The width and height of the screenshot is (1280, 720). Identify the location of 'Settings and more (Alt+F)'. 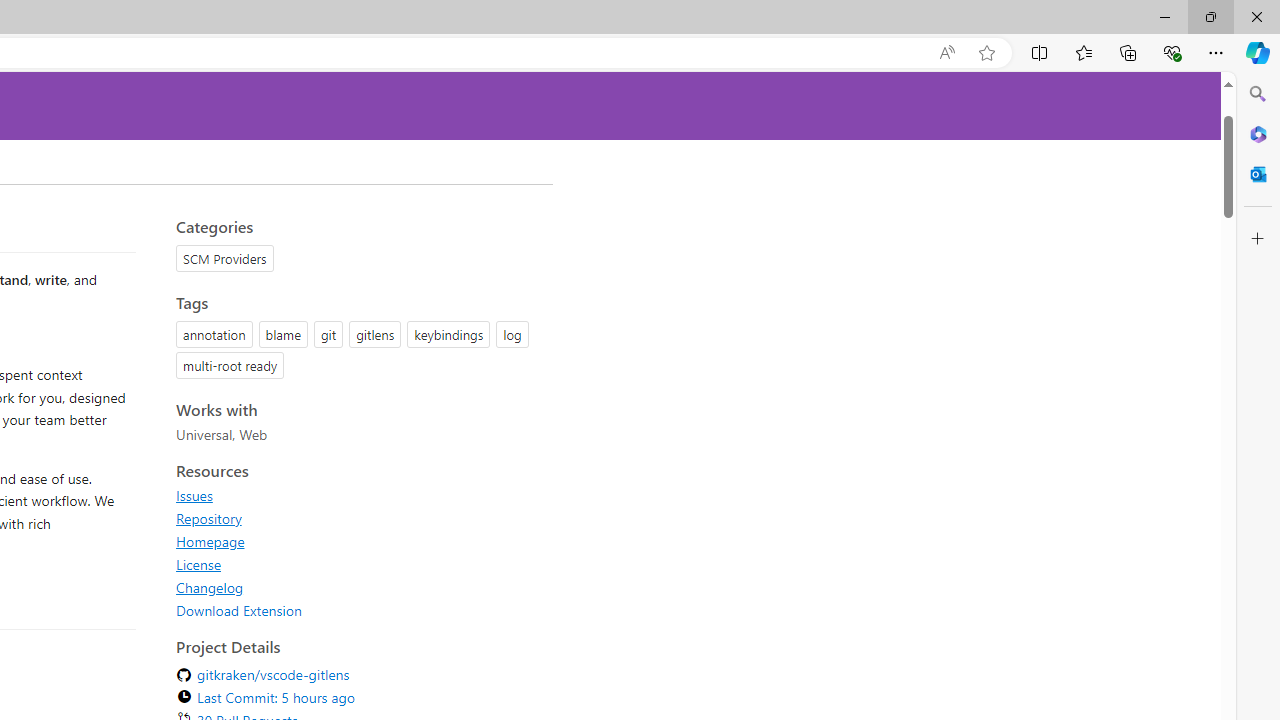
(1215, 51).